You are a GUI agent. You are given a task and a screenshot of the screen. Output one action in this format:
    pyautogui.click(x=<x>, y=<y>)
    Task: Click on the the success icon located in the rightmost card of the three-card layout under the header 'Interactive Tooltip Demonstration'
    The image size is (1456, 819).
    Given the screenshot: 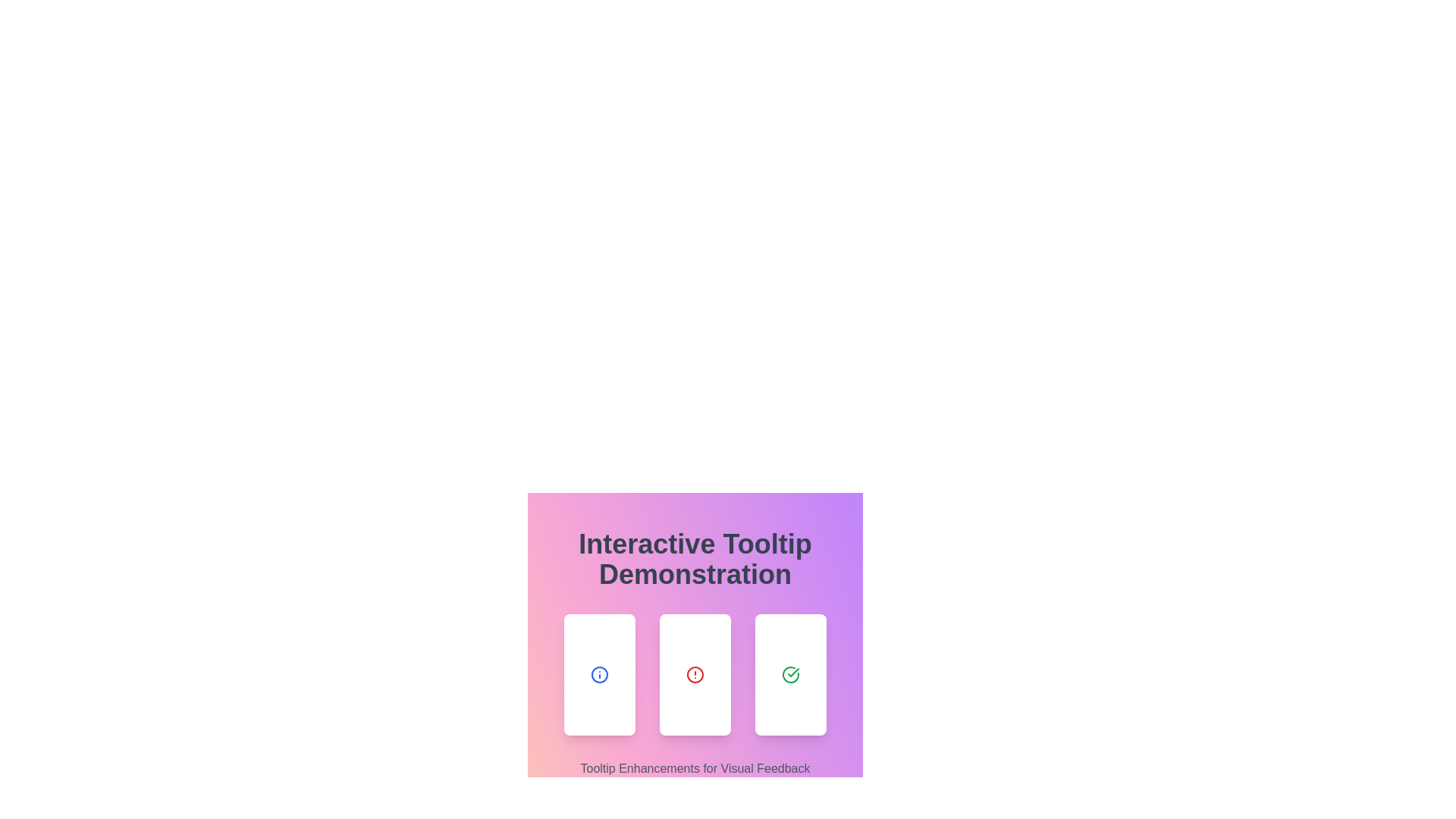 What is the action you would take?
    pyautogui.click(x=789, y=674)
    